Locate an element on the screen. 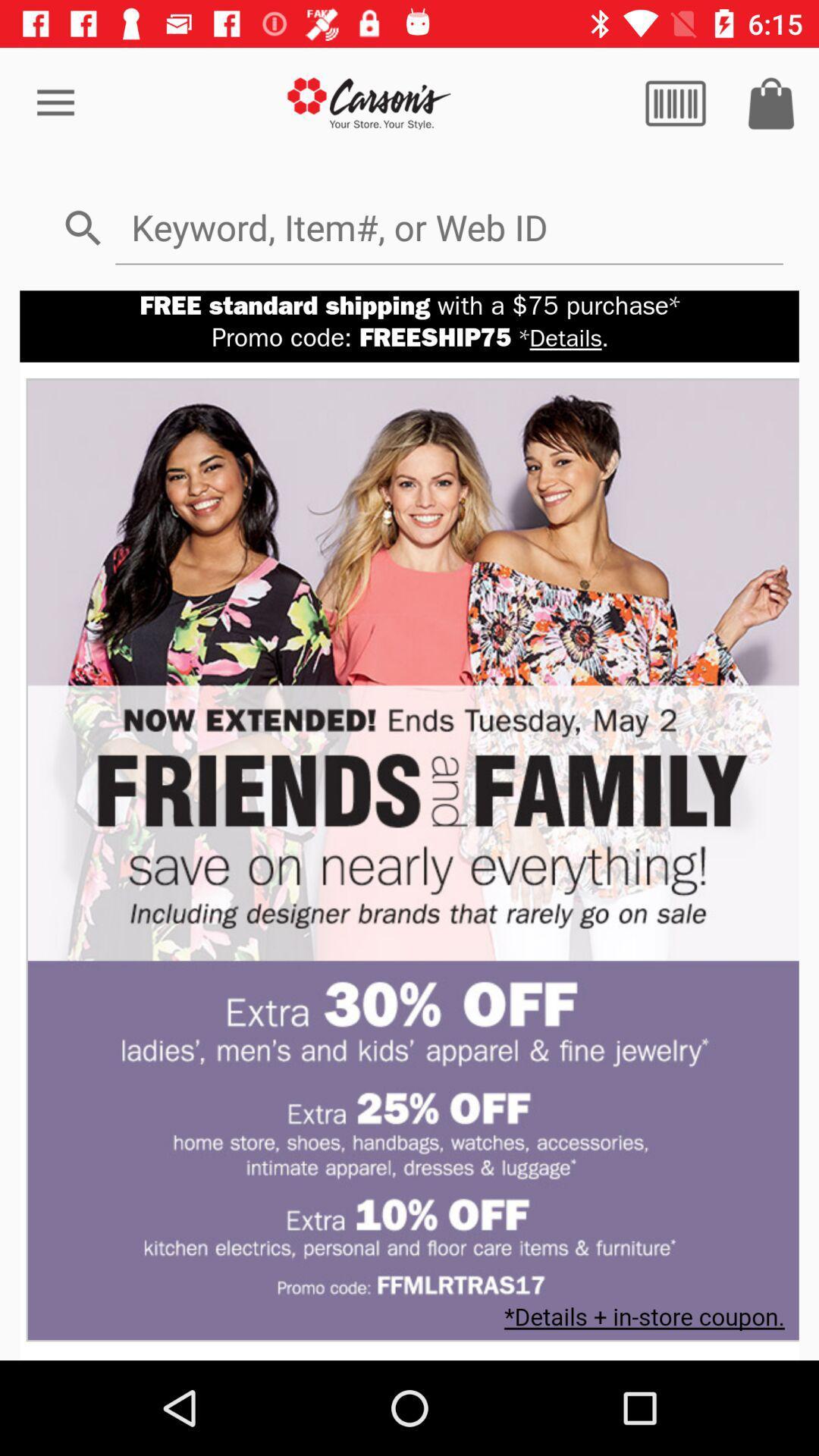 The image size is (819, 1456). shows carsons option is located at coordinates (369, 102).